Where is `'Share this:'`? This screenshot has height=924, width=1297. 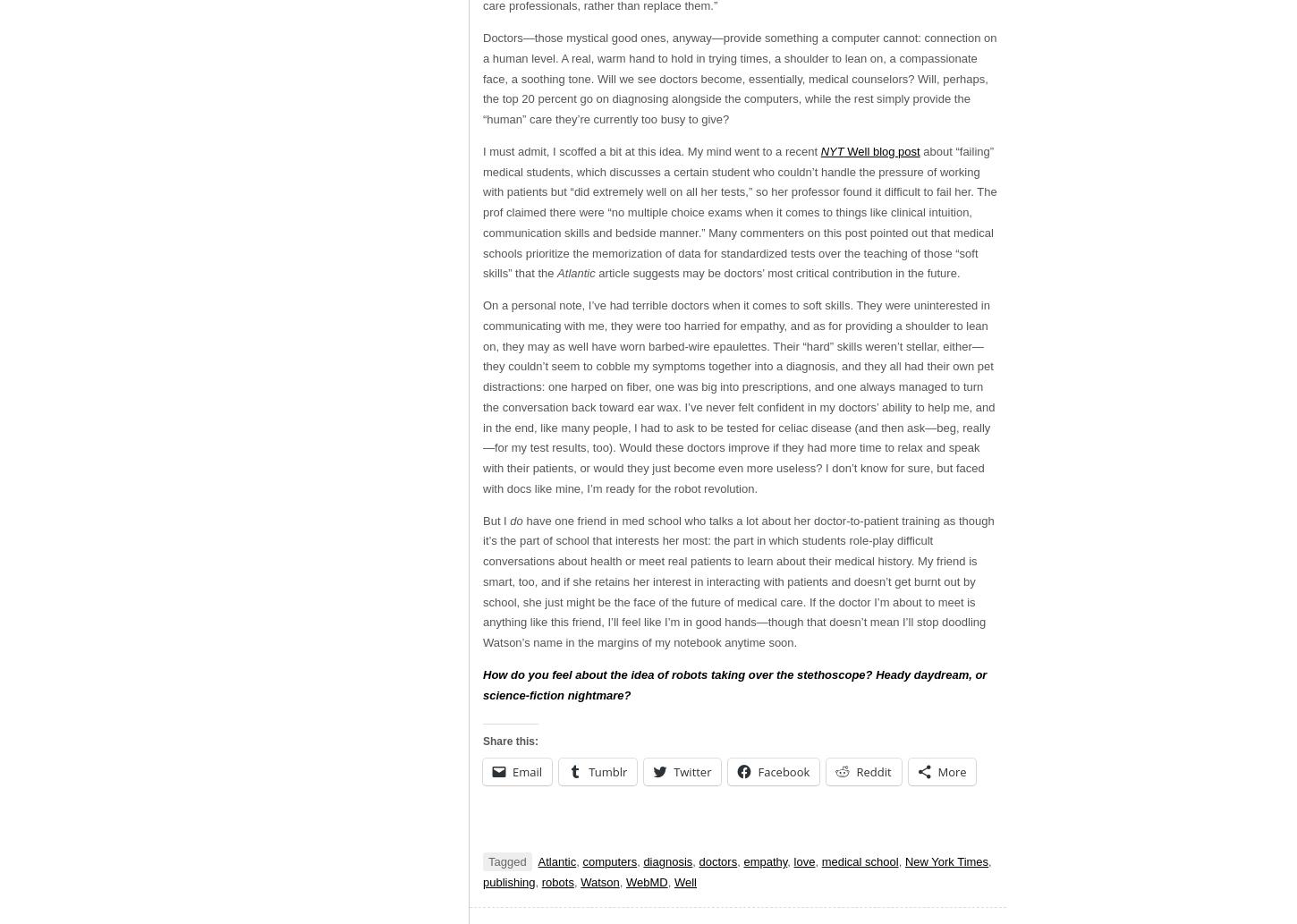
'Share this:' is located at coordinates (511, 740).